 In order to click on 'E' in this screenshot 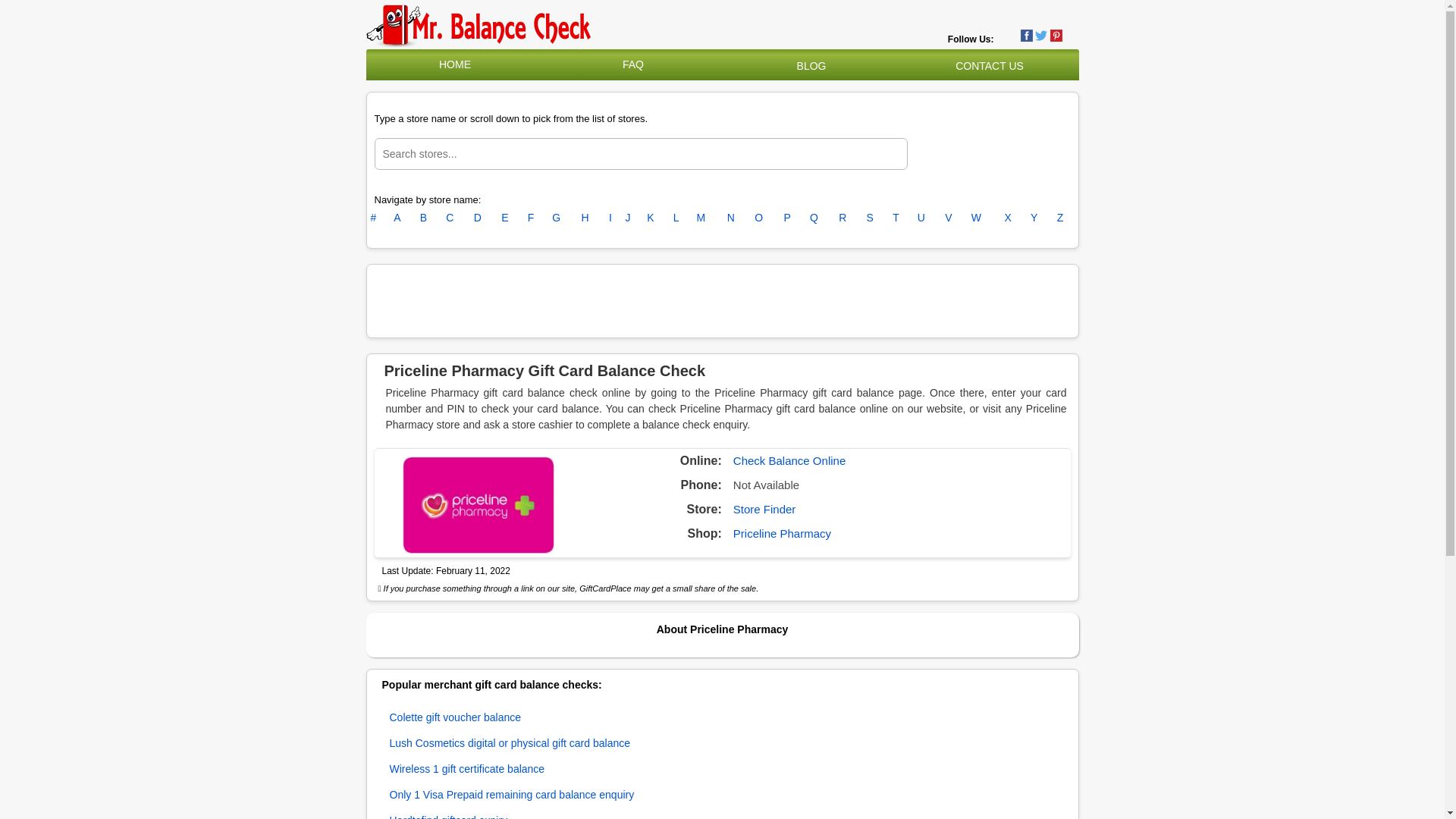, I will do `click(504, 217)`.